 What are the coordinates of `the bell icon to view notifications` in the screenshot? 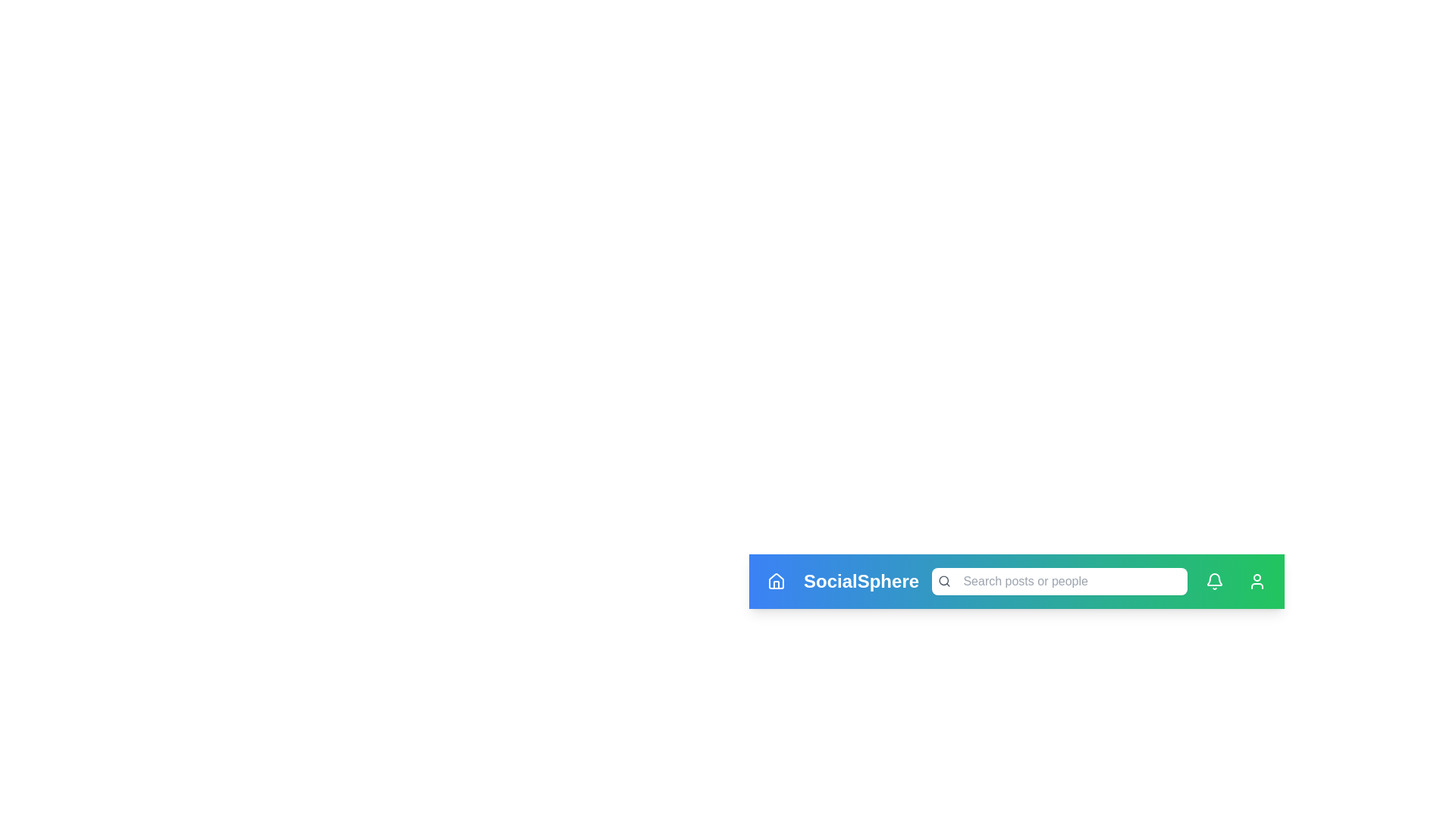 It's located at (1215, 581).